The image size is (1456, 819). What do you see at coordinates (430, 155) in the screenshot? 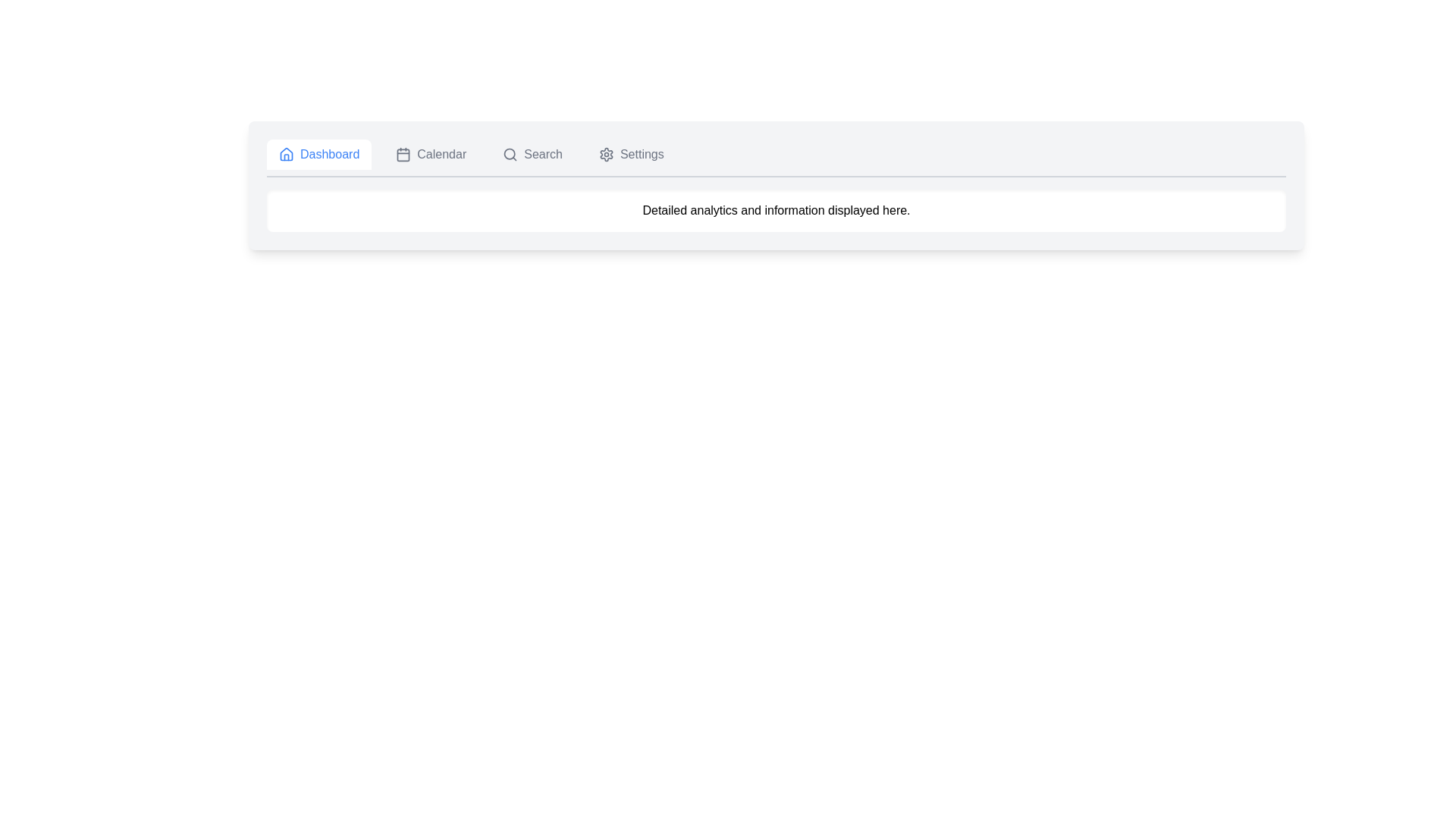
I see `the second button in the horizontal toolbar that has an icon and text, located between 'Dashboard' and 'Search'` at bounding box center [430, 155].